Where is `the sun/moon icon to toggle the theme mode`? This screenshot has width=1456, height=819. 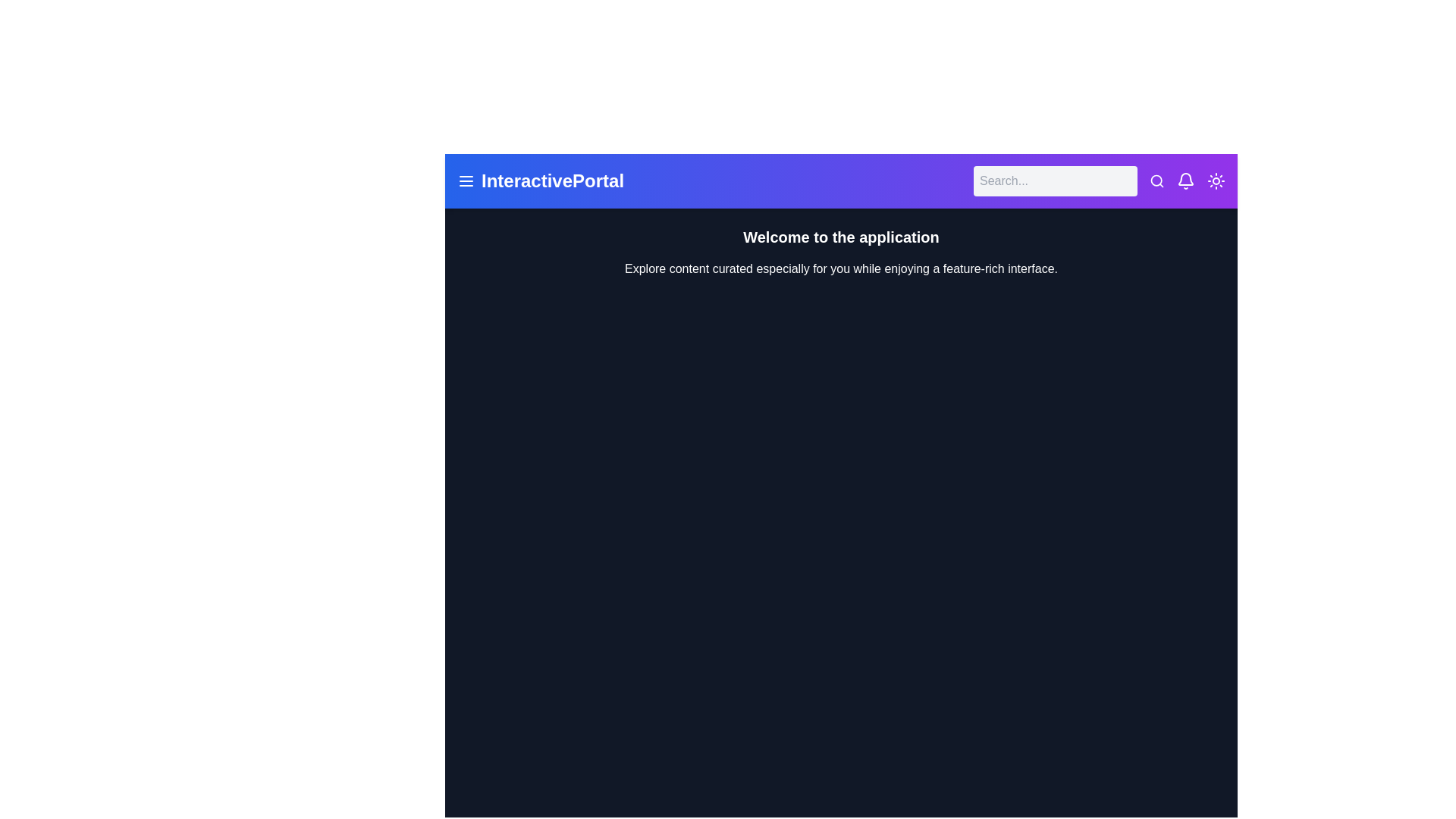
the sun/moon icon to toggle the theme mode is located at coordinates (1216, 180).